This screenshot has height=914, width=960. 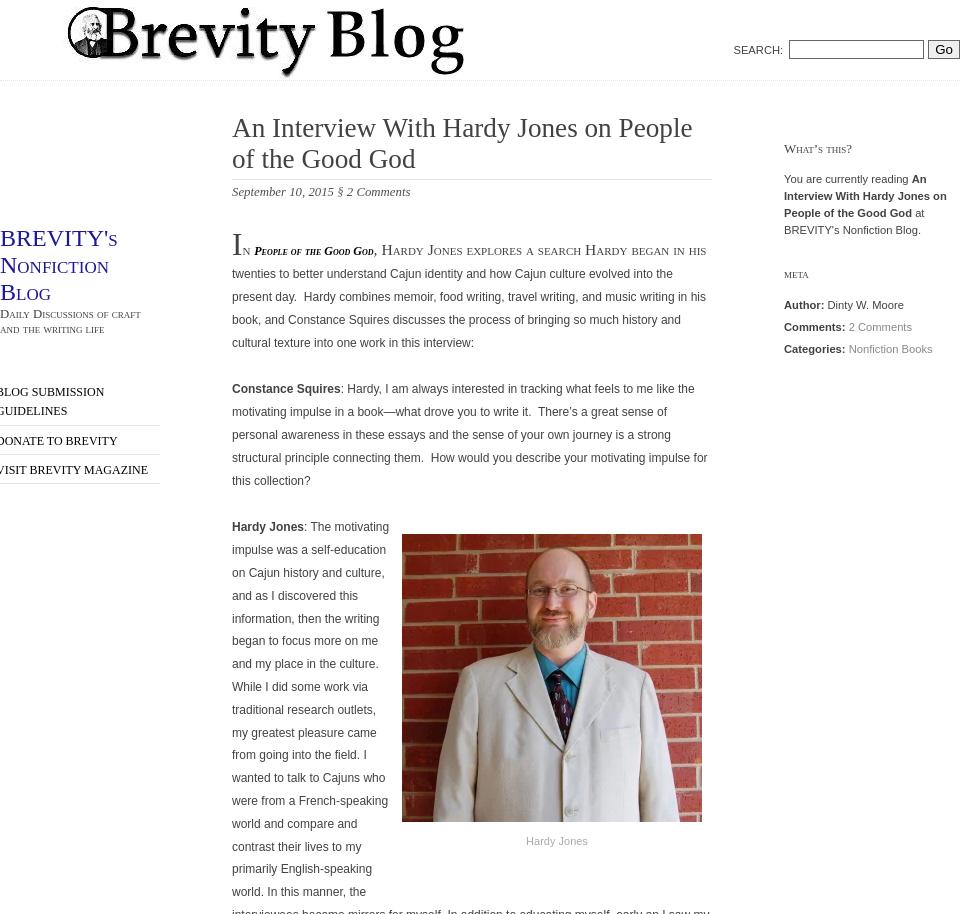 I want to click on 'People of the Good God', so click(x=313, y=249).